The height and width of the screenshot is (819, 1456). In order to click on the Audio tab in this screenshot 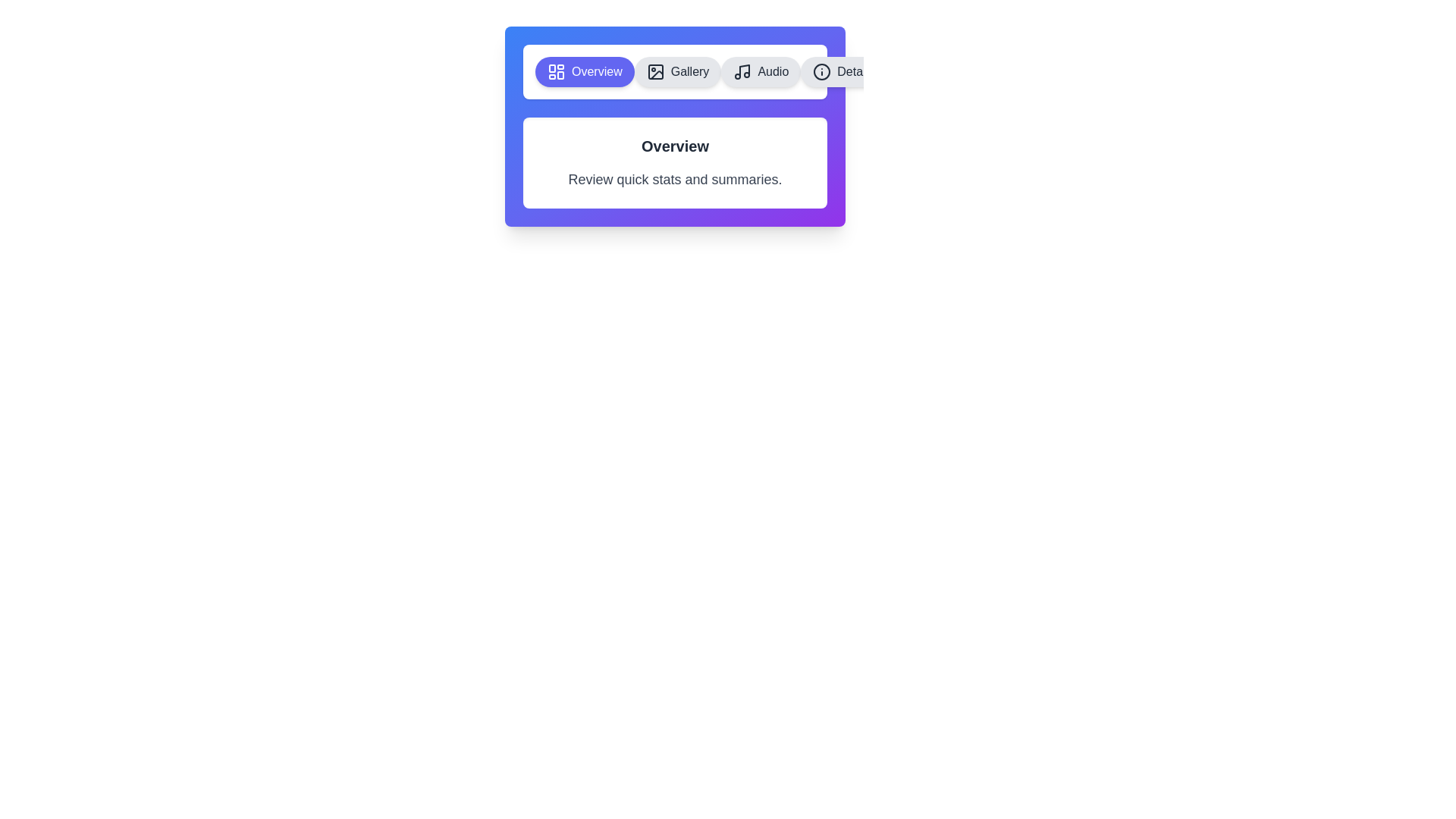, I will do `click(761, 72)`.